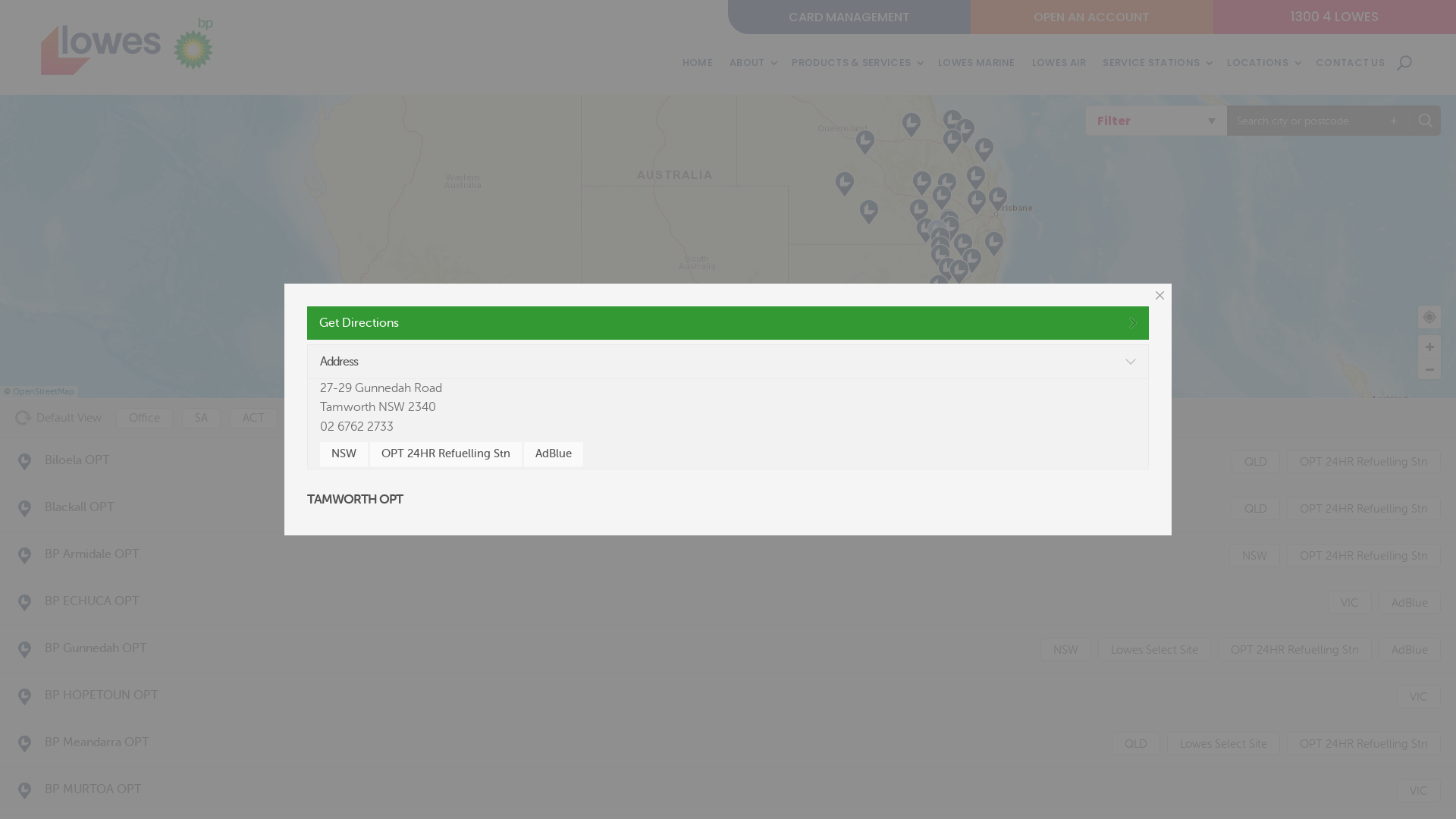 This screenshot has height=819, width=1456. What do you see at coordinates (343, 453) in the screenshot?
I see `'NSW'` at bounding box center [343, 453].